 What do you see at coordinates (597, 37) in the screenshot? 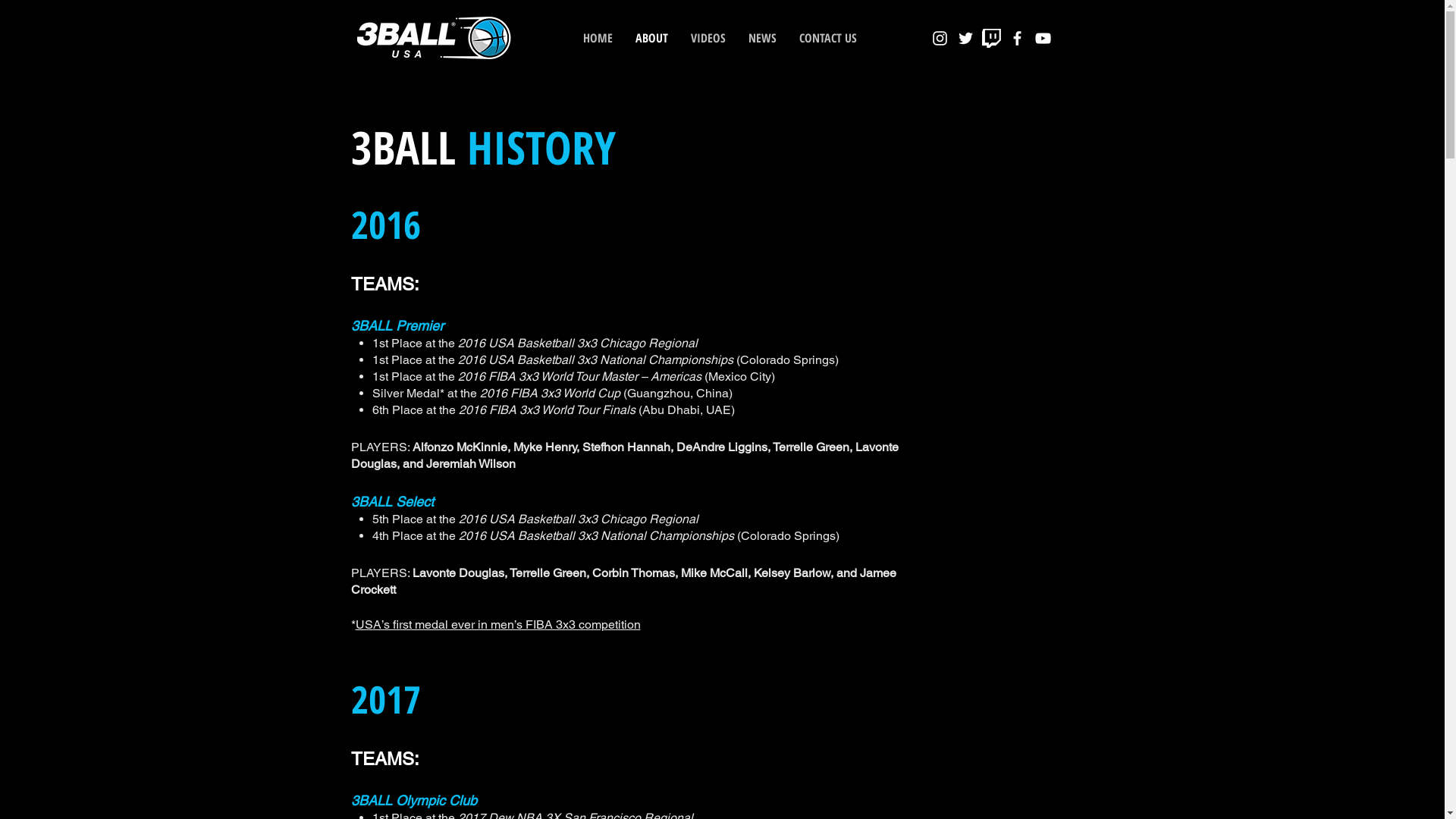
I see `'HOME'` at bounding box center [597, 37].